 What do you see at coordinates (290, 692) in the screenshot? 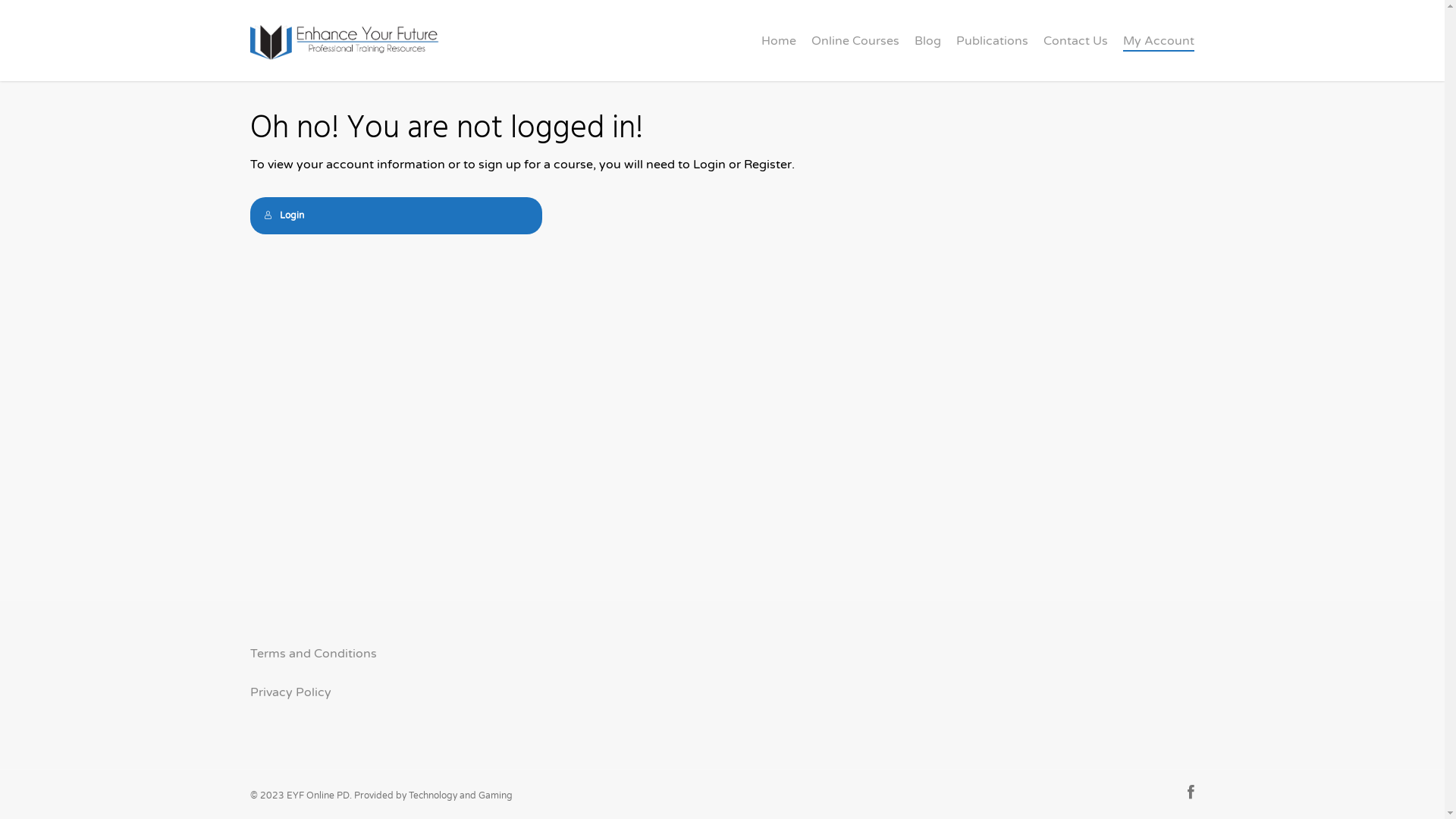
I see `'Privacy Policy'` at bounding box center [290, 692].